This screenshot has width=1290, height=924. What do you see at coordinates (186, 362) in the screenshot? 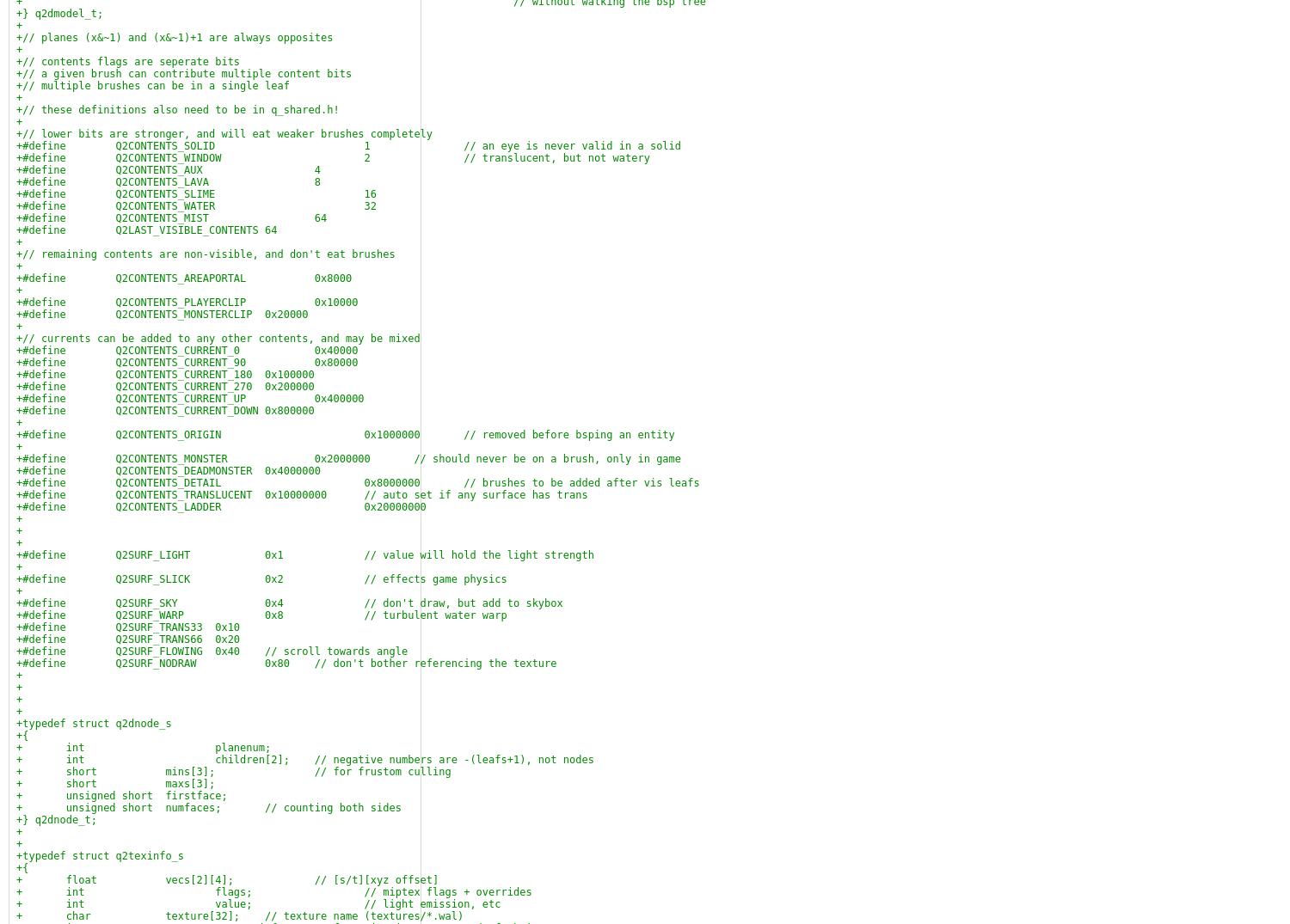
I see `'+#define        Q2CONTENTS_CURRENT_90           0x80000'` at bounding box center [186, 362].